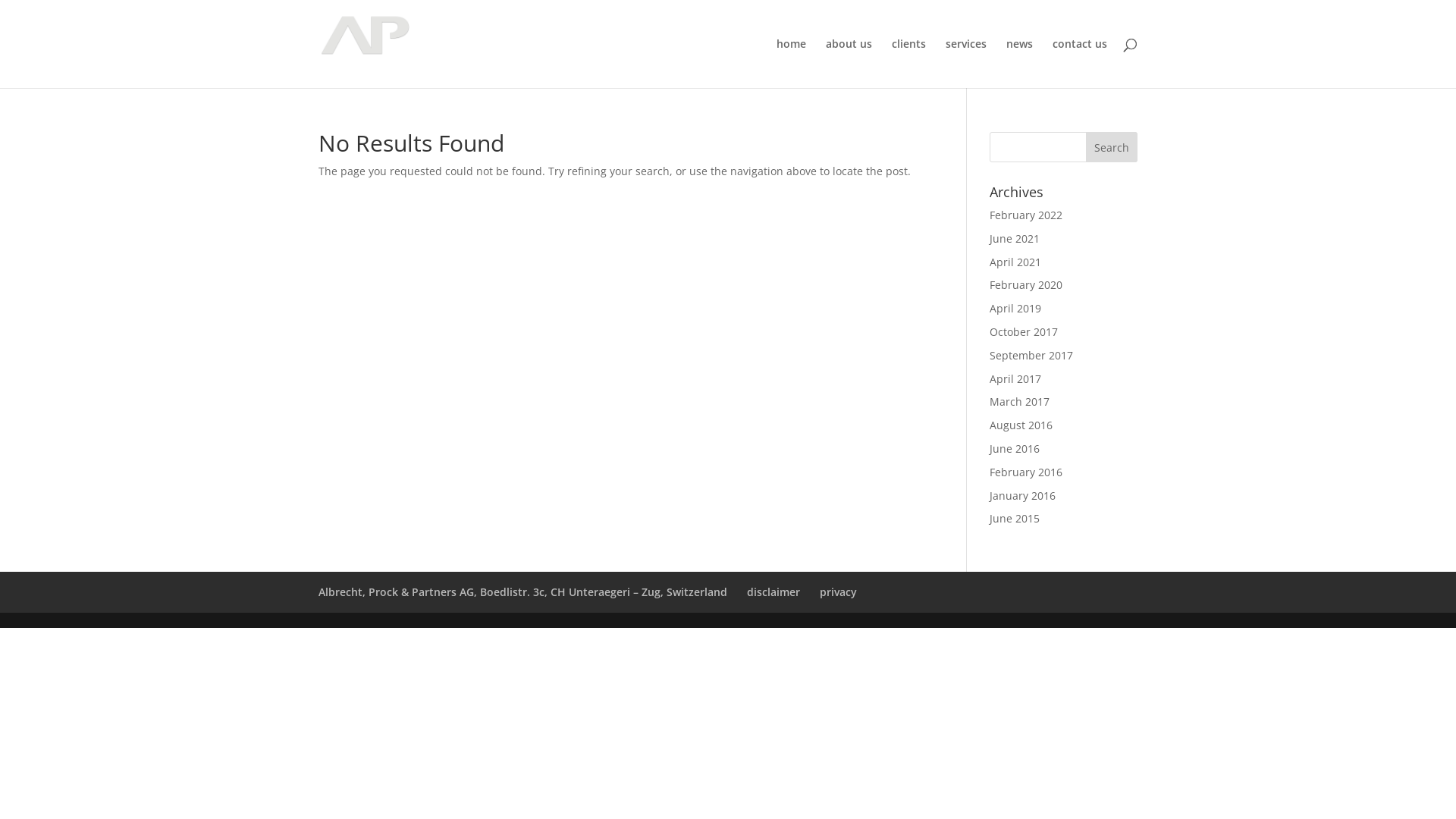 The width and height of the screenshot is (1456, 819). I want to click on 'April 2019', so click(1015, 307).